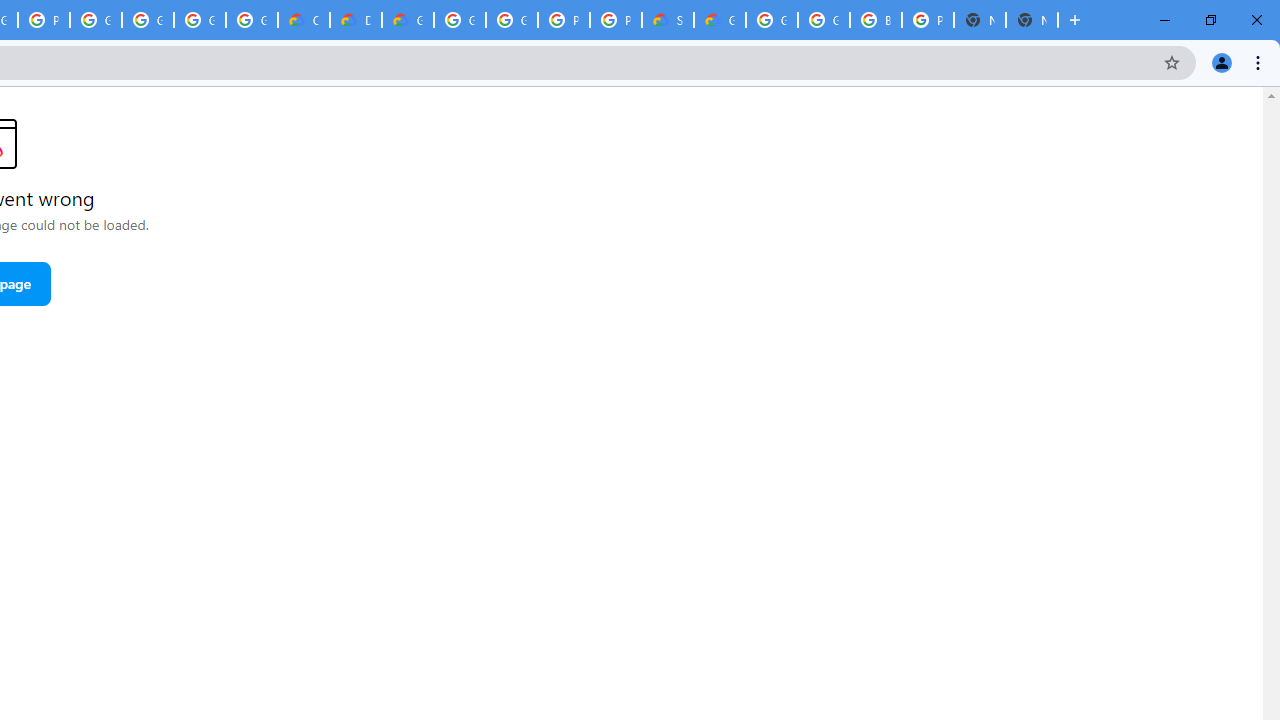  What do you see at coordinates (512, 20) in the screenshot?
I see `'Google Cloud Platform'` at bounding box center [512, 20].